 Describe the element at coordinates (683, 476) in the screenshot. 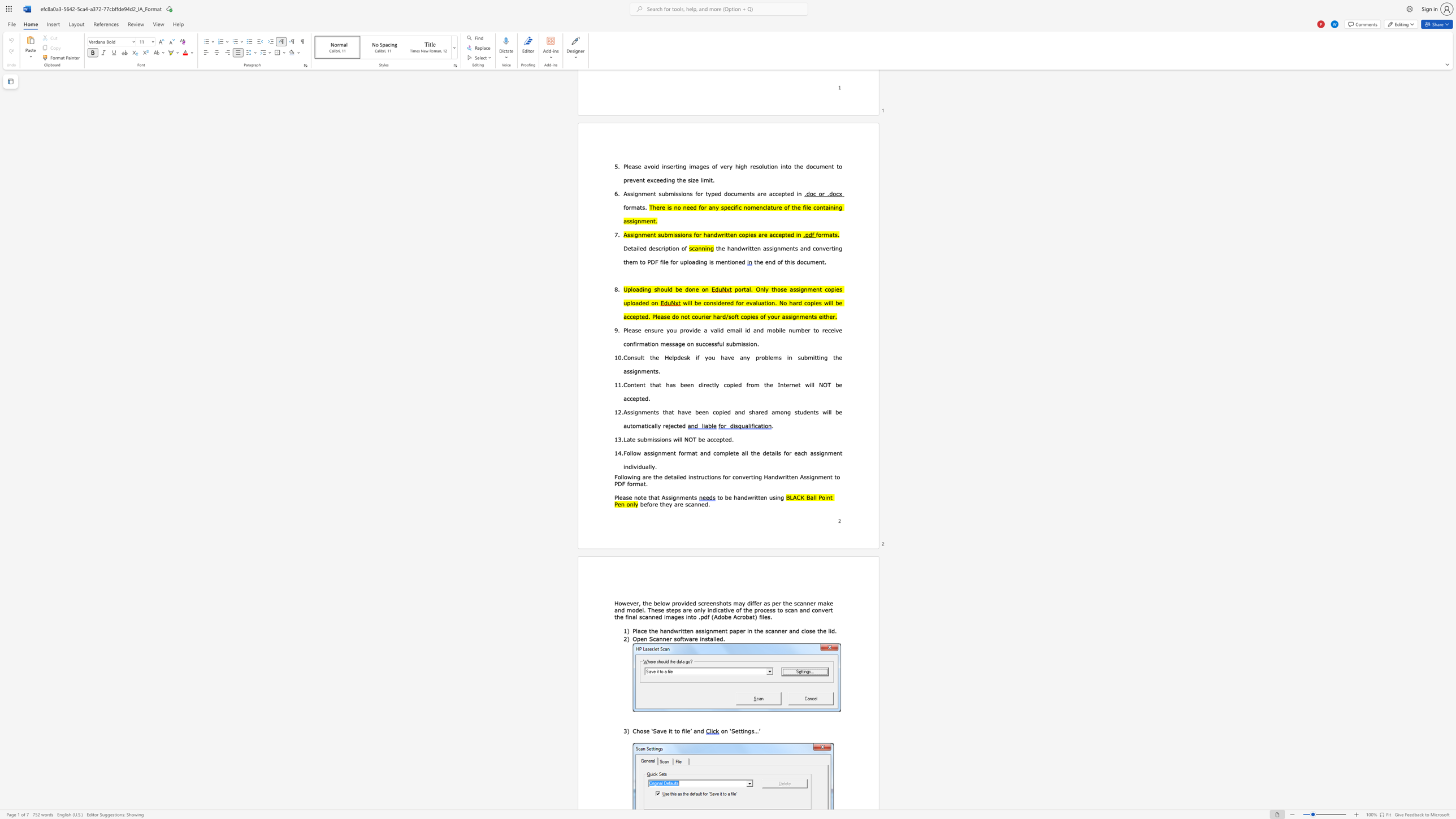

I see `the subset text "d i" within the text "detailed i"` at that location.